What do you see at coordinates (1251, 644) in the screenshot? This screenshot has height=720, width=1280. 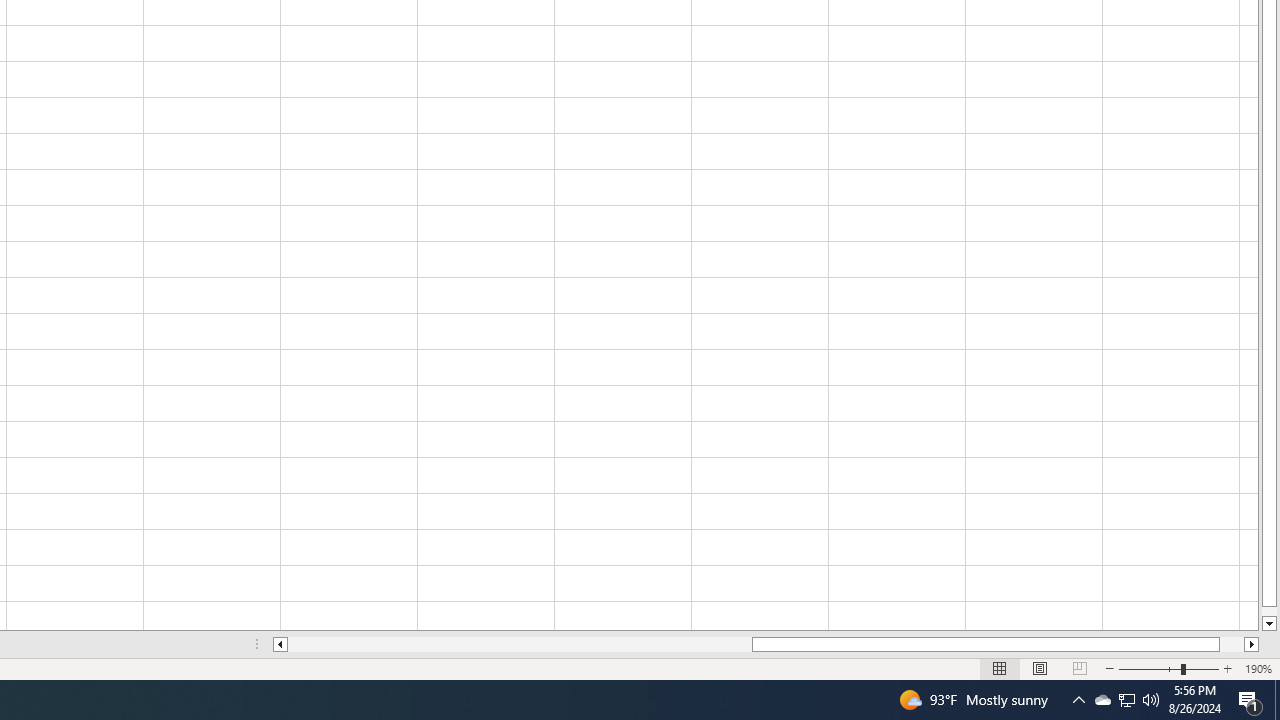 I see `'Column right'` at bounding box center [1251, 644].